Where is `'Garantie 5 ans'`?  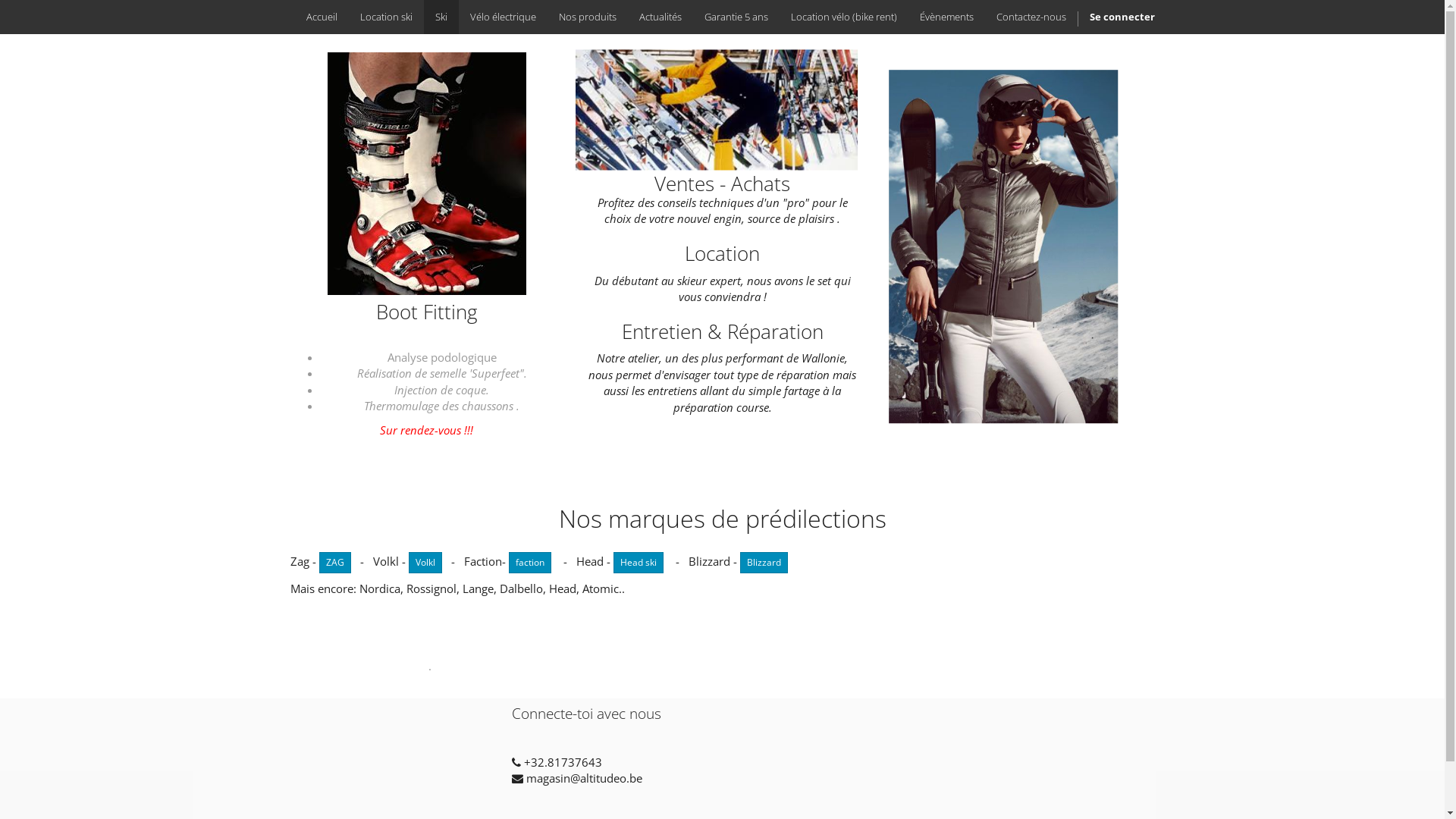
'Garantie 5 ans' is located at coordinates (692, 17).